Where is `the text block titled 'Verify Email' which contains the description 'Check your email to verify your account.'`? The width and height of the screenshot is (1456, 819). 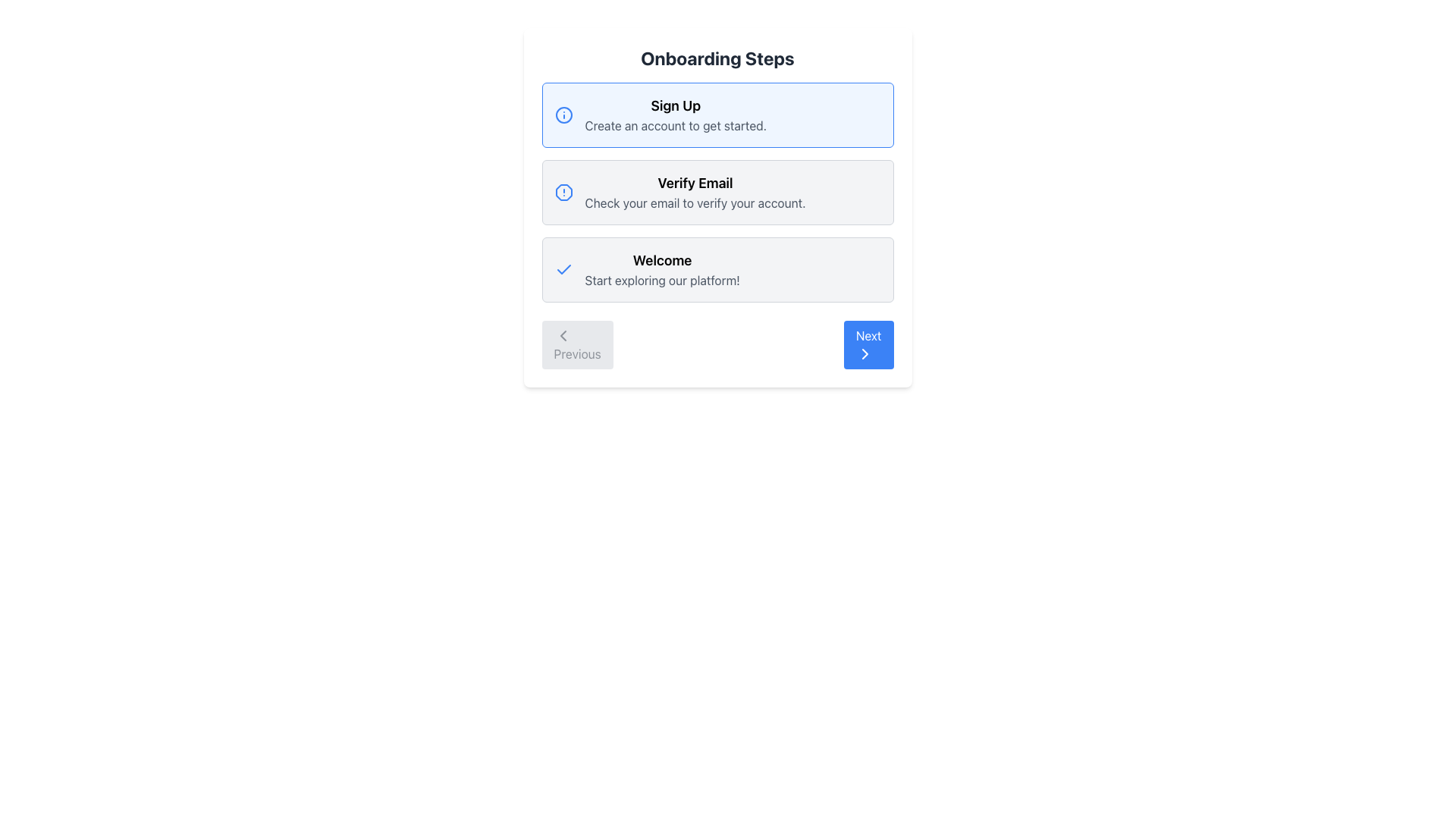 the text block titled 'Verify Email' which contains the description 'Check your email to verify your account.' is located at coordinates (717, 192).